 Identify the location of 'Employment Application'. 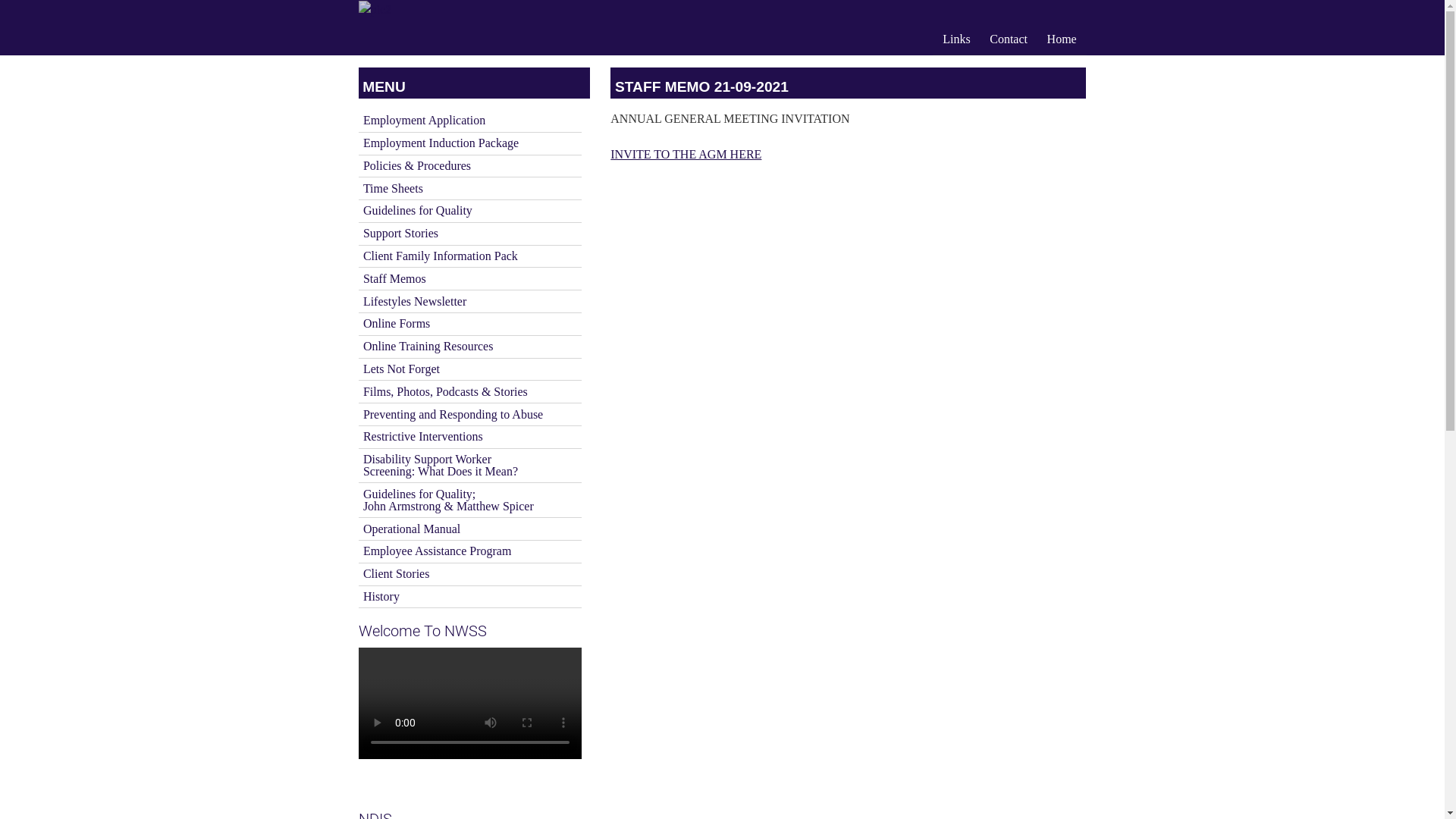
(469, 120).